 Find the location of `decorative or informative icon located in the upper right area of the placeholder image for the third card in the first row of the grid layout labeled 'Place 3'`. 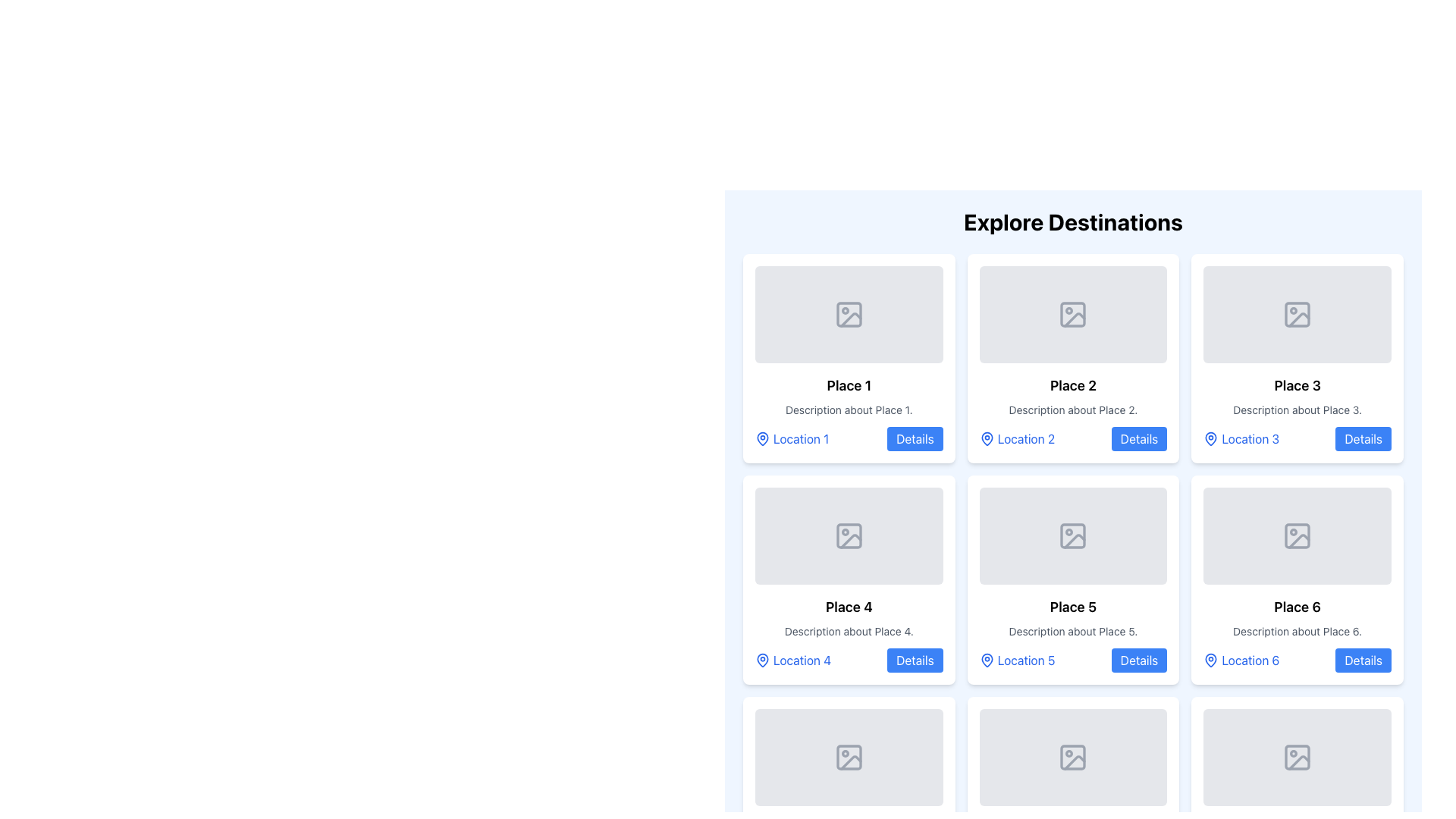

decorative or informative icon located in the upper right area of the placeholder image for the third card in the first row of the grid layout labeled 'Place 3' is located at coordinates (1298, 318).